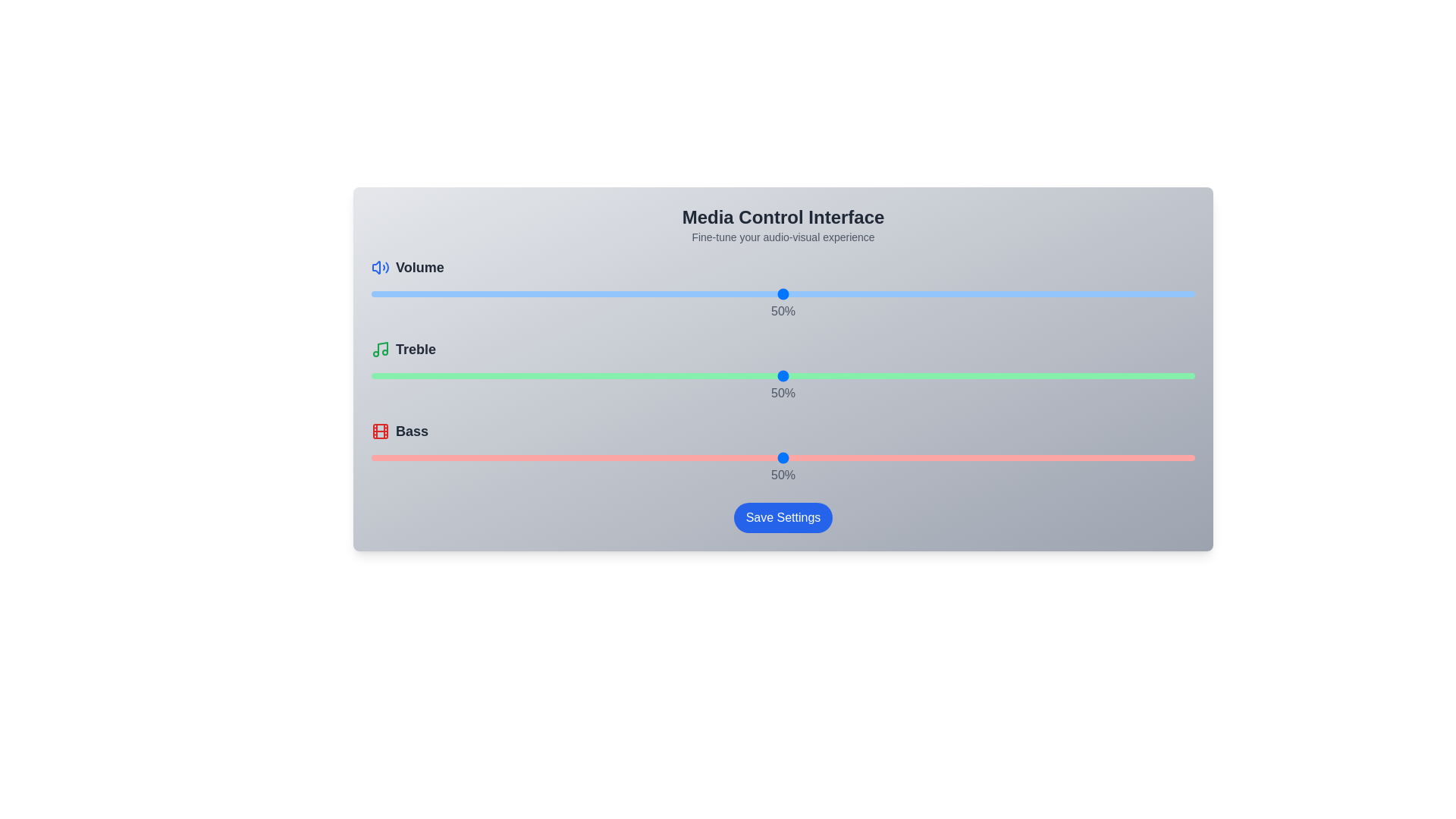 The image size is (1456, 819). Describe the element at coordinates (610, 375) in the screenshot. I see `the slider value` at that location.